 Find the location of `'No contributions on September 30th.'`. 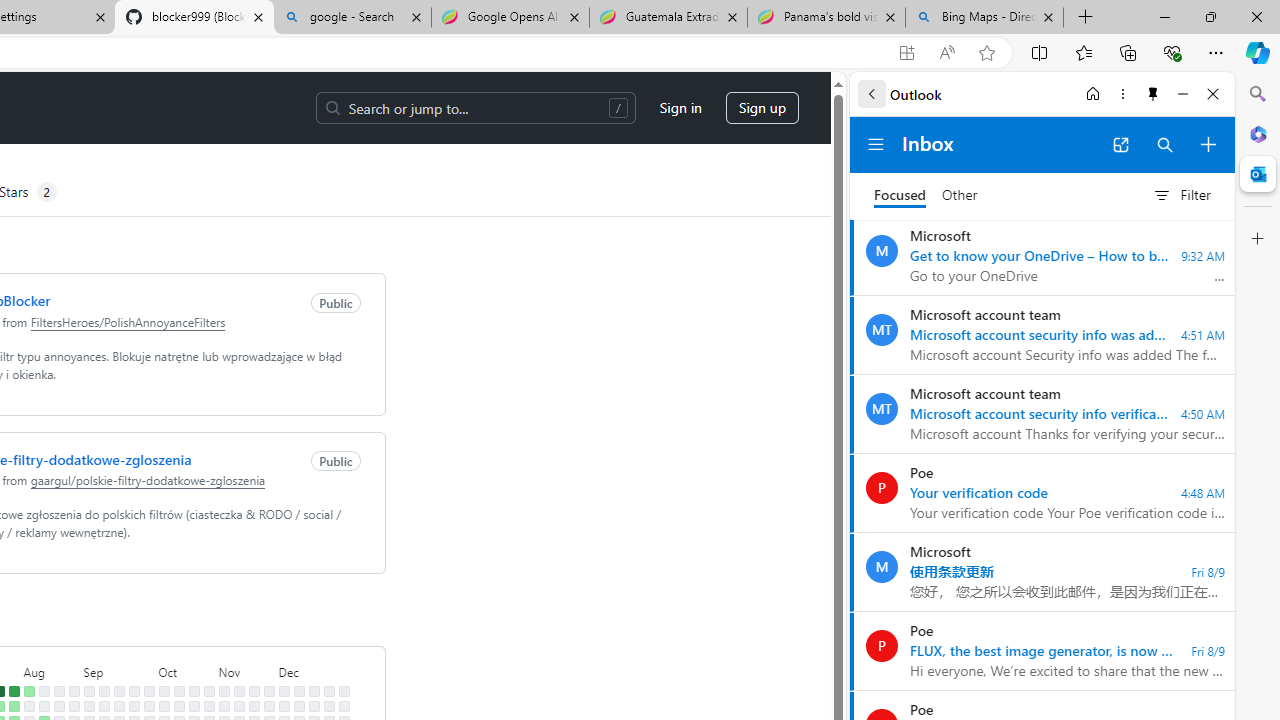

'No contributions on September 30th.' is located at coordinates (148, 705).